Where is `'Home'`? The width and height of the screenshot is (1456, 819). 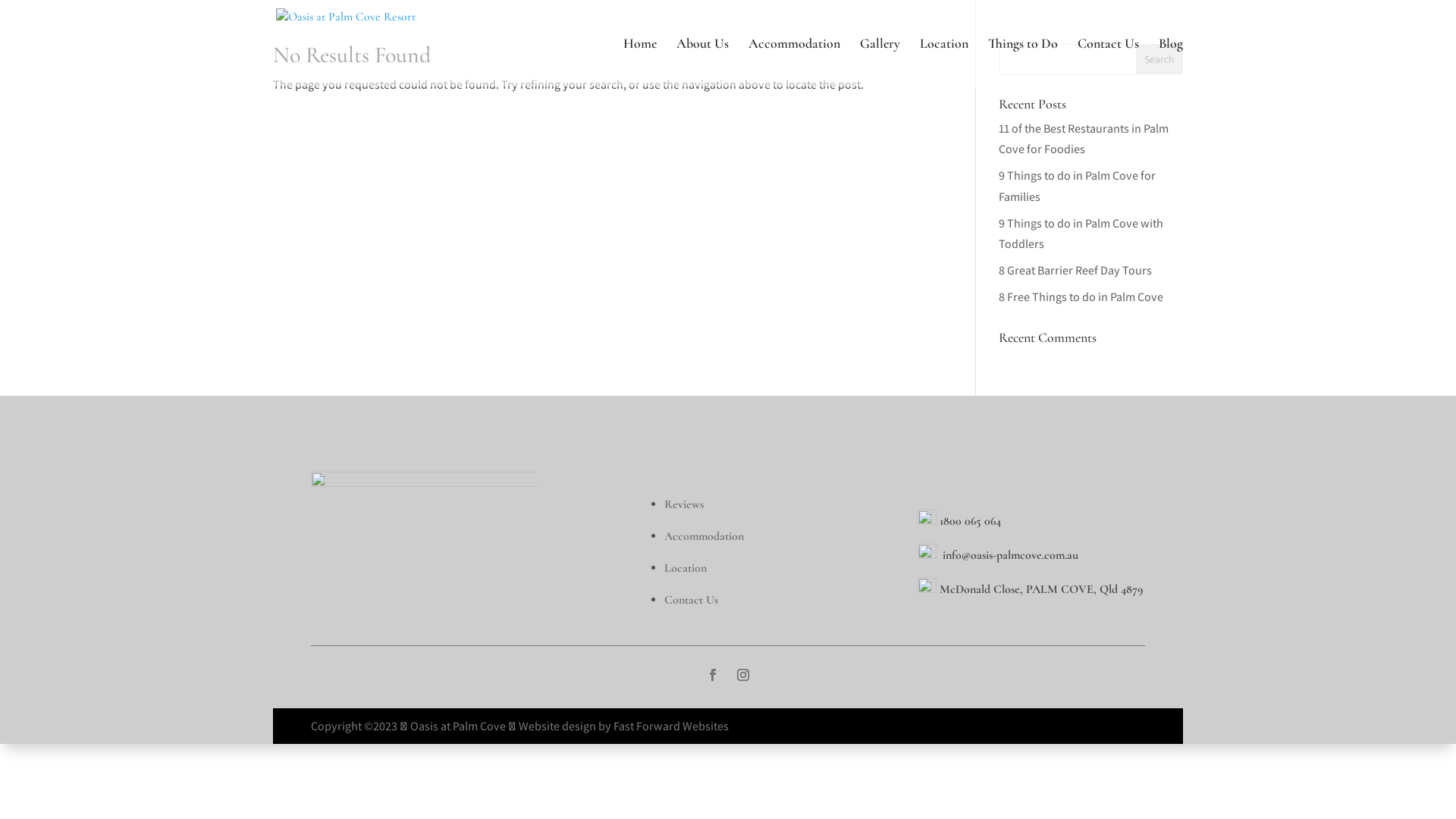
'Home' is located at coordinates (640, 61).